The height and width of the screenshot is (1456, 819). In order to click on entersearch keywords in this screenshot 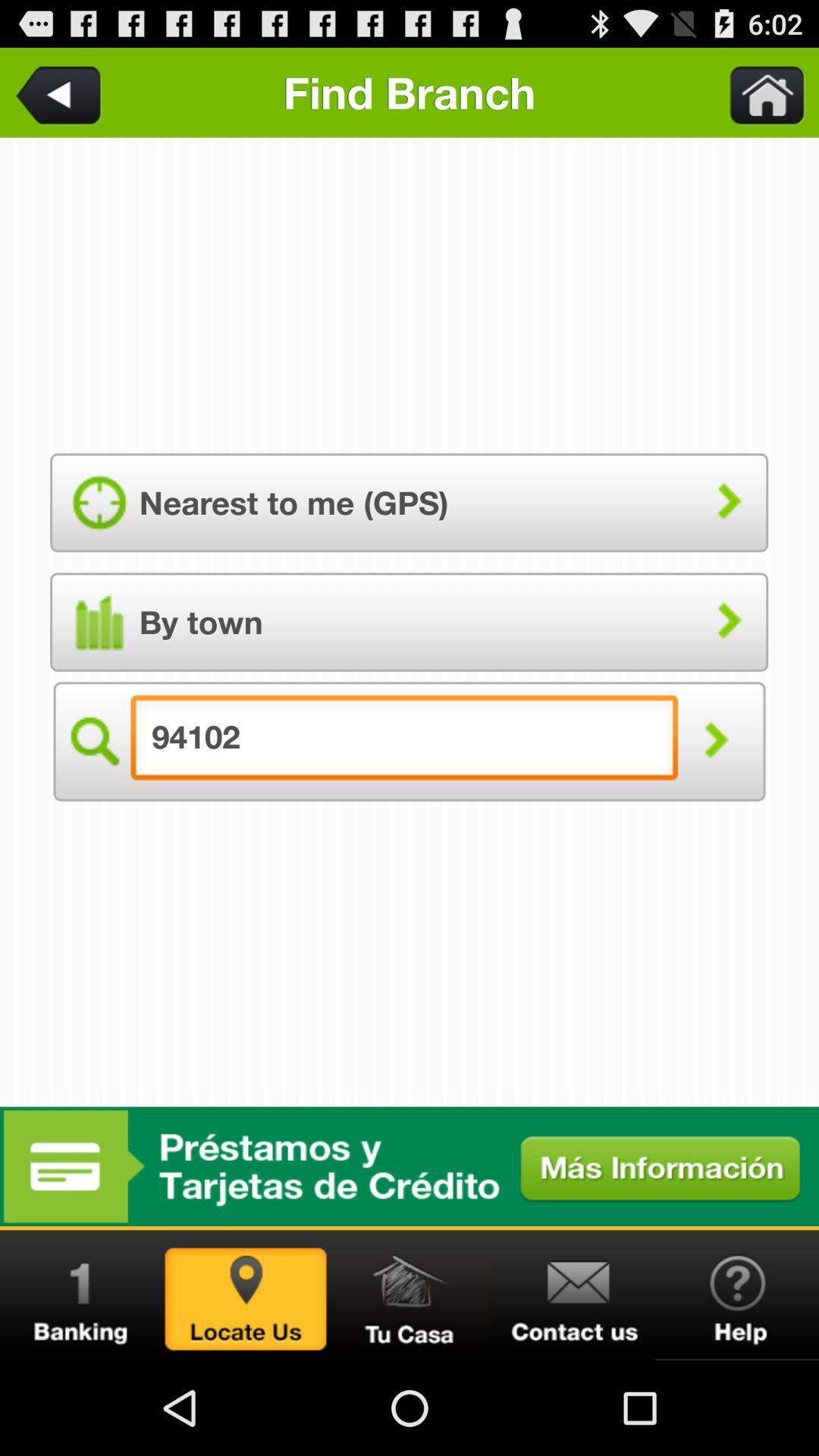, I will do `click(758, 92)`.